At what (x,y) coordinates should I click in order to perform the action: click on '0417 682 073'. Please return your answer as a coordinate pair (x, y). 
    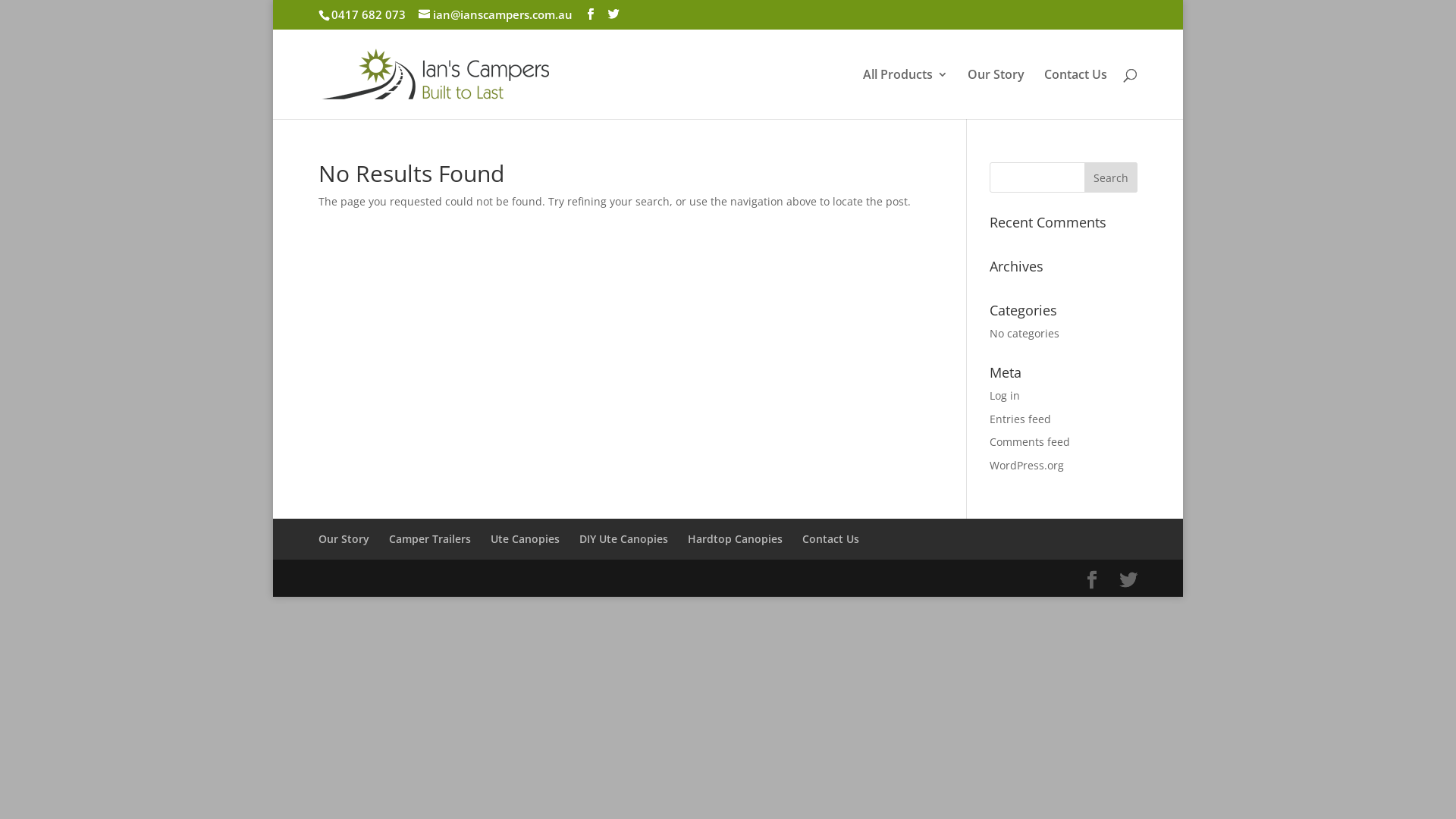
    Looking at the image, I should click on (367, 14).